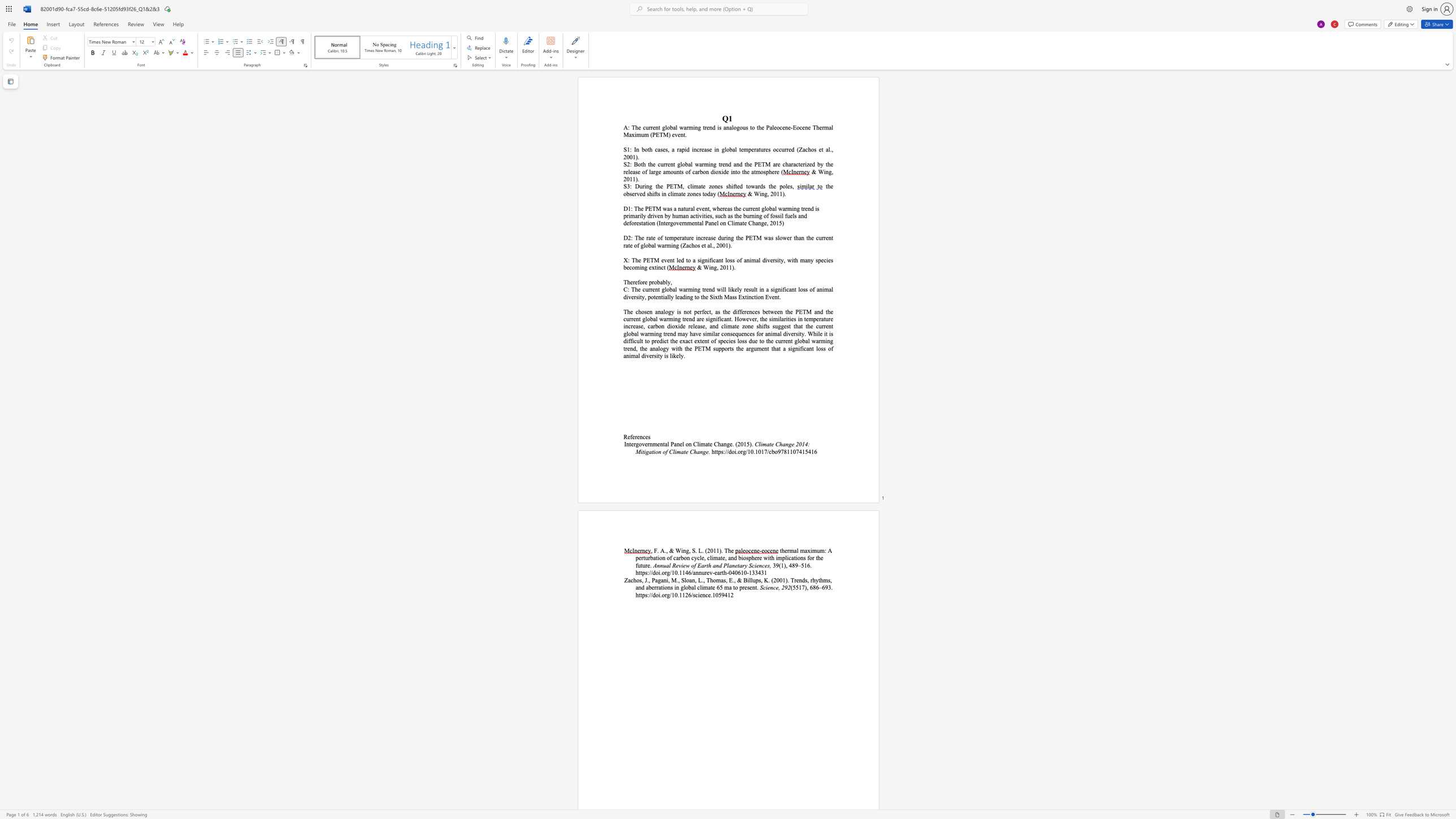 This screenshot has width=1456, height=819. What do you see at coordinates (633, 436) in the screenshot?
I see `the 2th character "e" in the text` at bounding box center [633, 436].